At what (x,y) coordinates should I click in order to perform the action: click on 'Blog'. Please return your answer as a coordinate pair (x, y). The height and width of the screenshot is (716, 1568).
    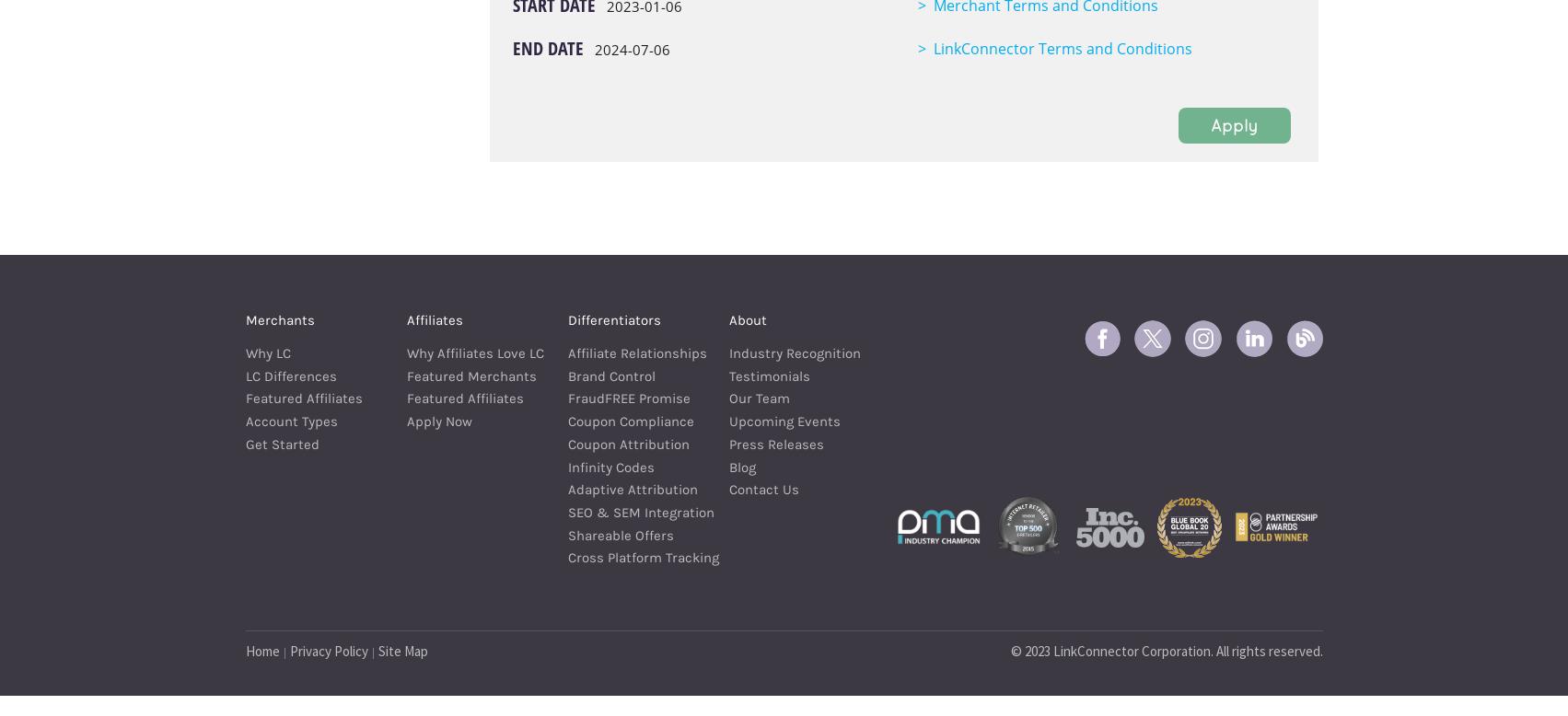
    Looking at the image, I should click on (728, 466).